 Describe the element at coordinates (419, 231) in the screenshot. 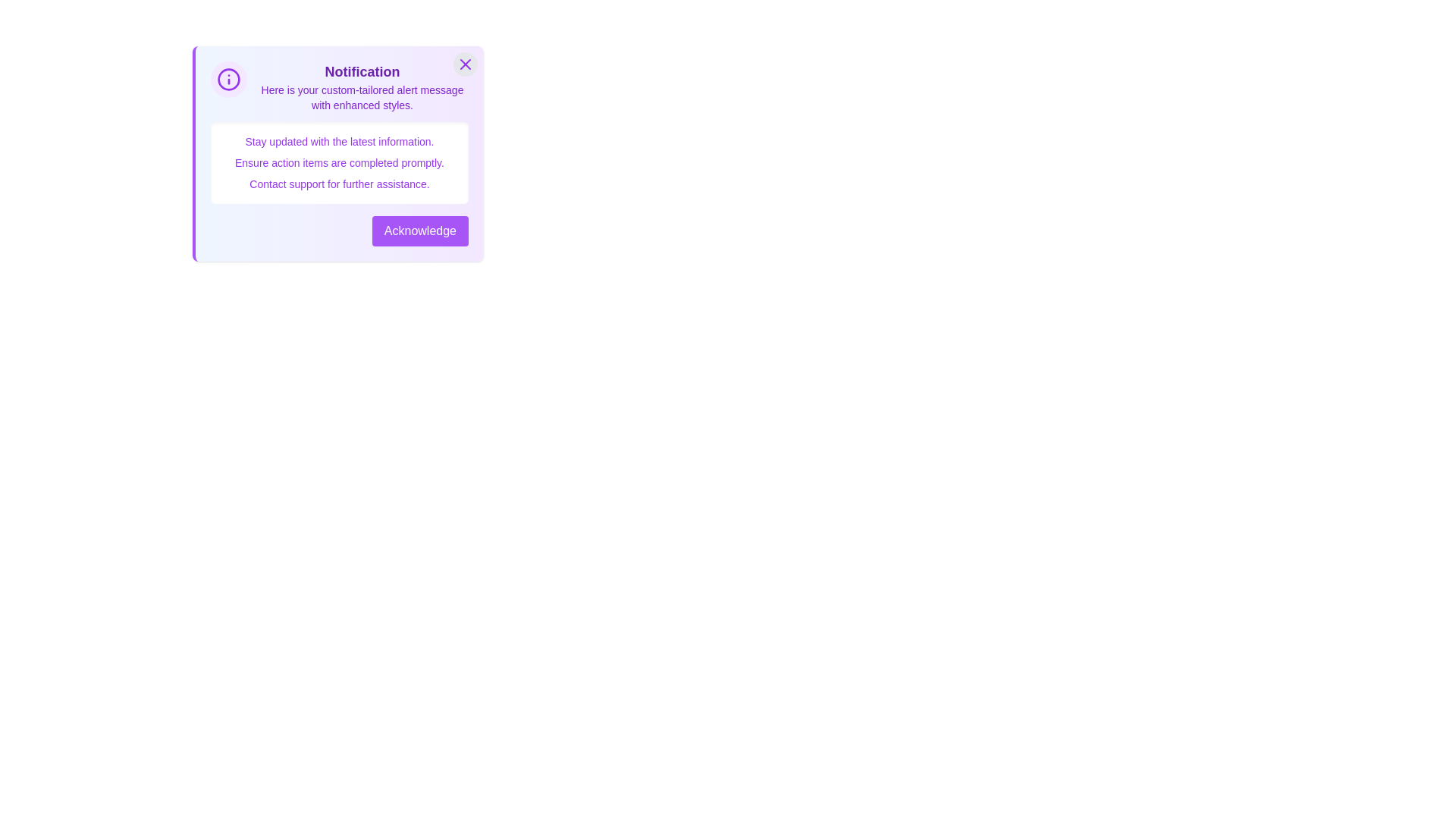

I see `the 'Acknowledge' button to acknowledge the alert` at that location.